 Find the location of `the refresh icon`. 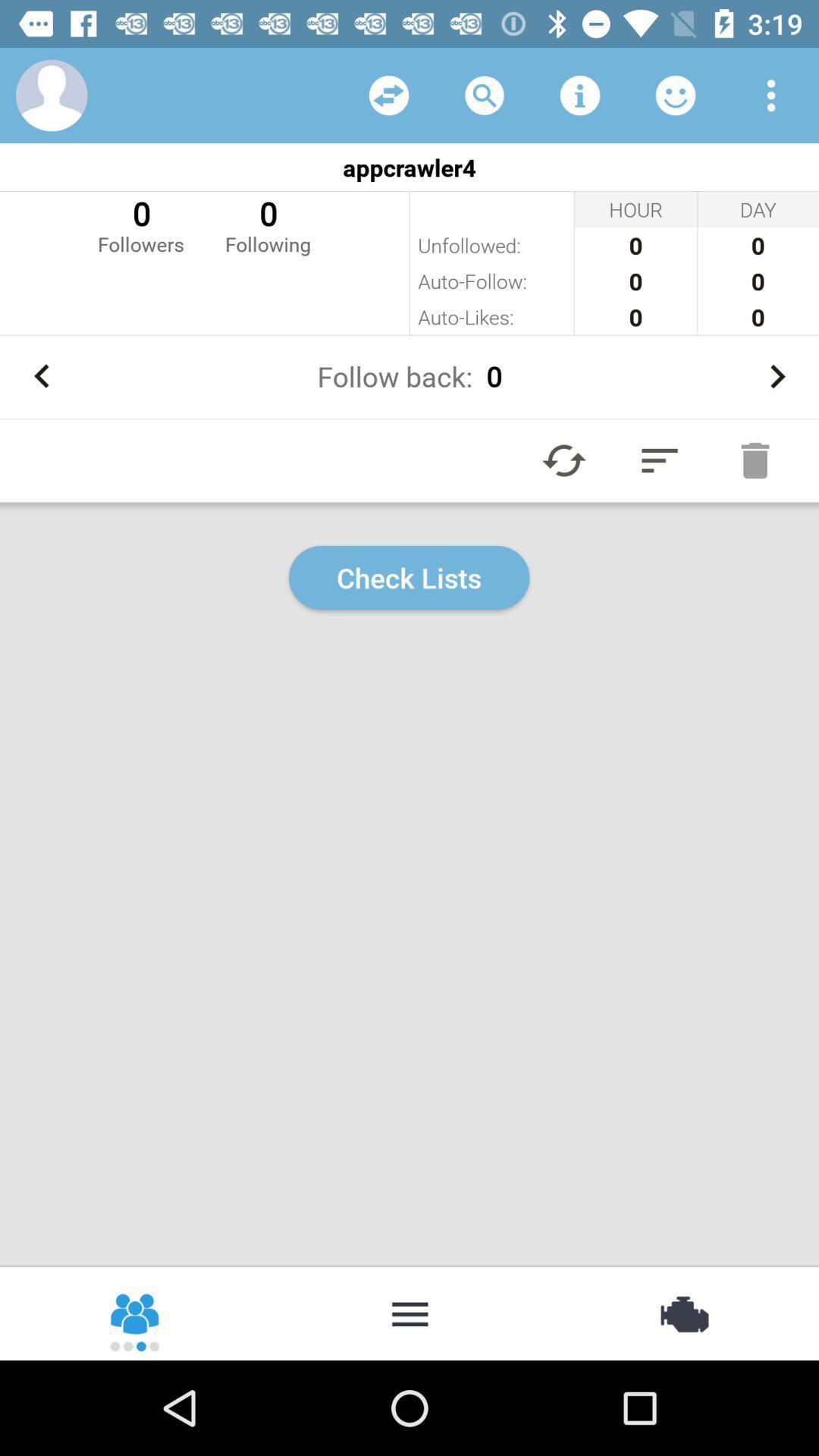

the refresh icon is located at coordinates (564, 460).